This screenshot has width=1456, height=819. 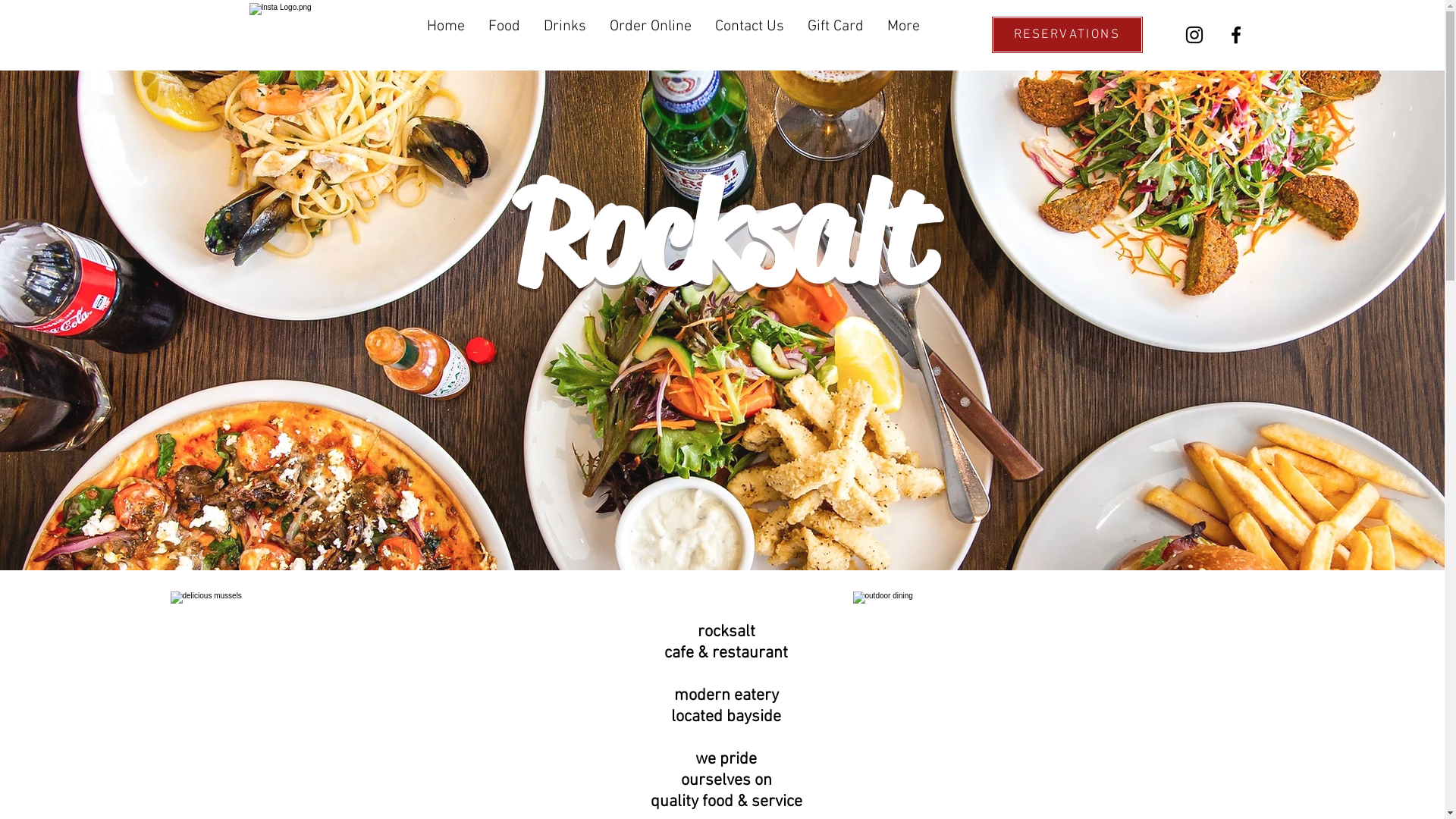 What do you see at coordinates (475, 29) in the screenshot?
I see `'Food'` at bounding box center [475, 29].